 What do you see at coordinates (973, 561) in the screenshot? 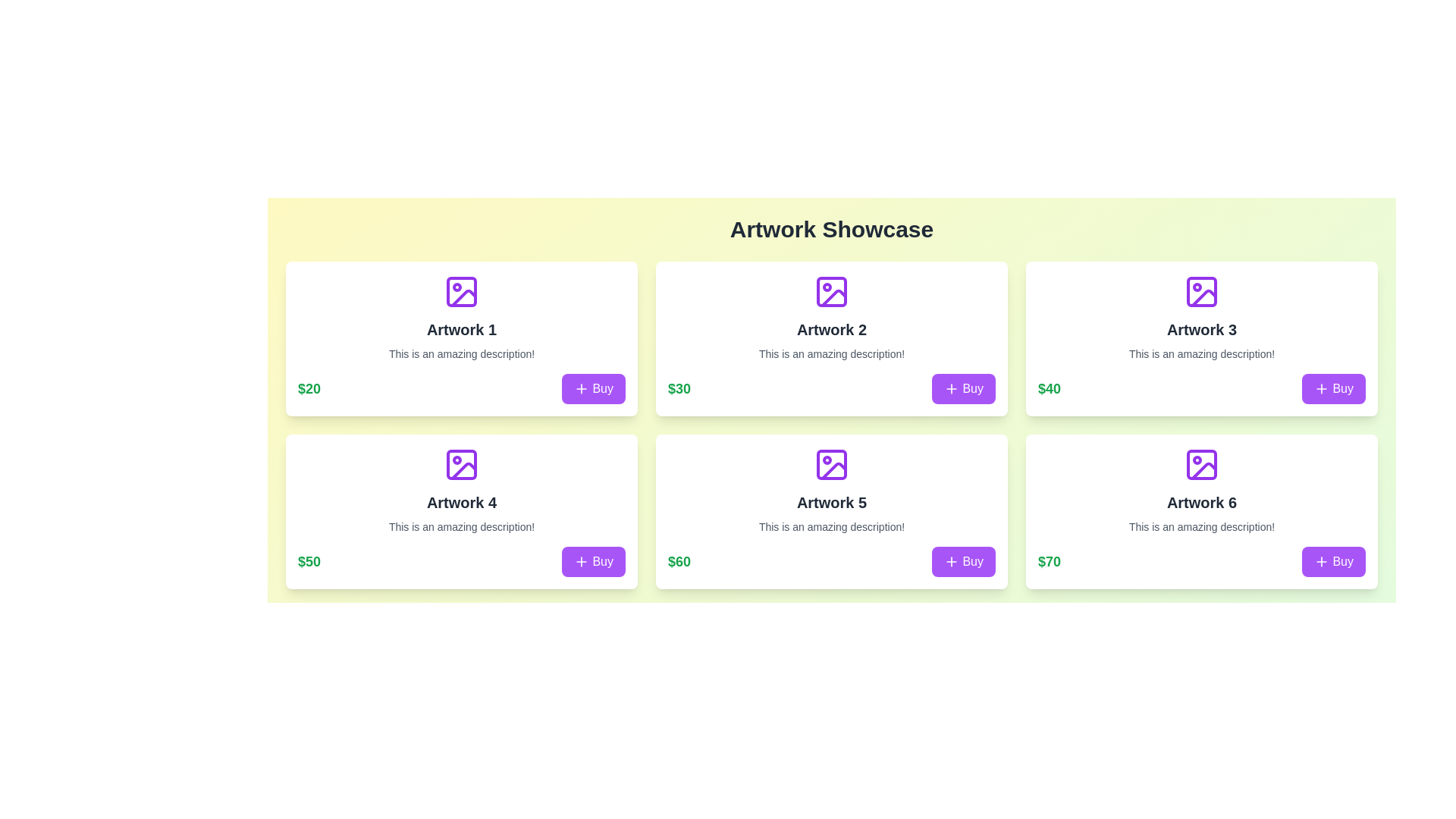
I see `the 'Buy' button located in the bottom-right corner of the fifth card labeled 'Artwork 5' to initiate the purchase process` at bounding box center [973, 561].